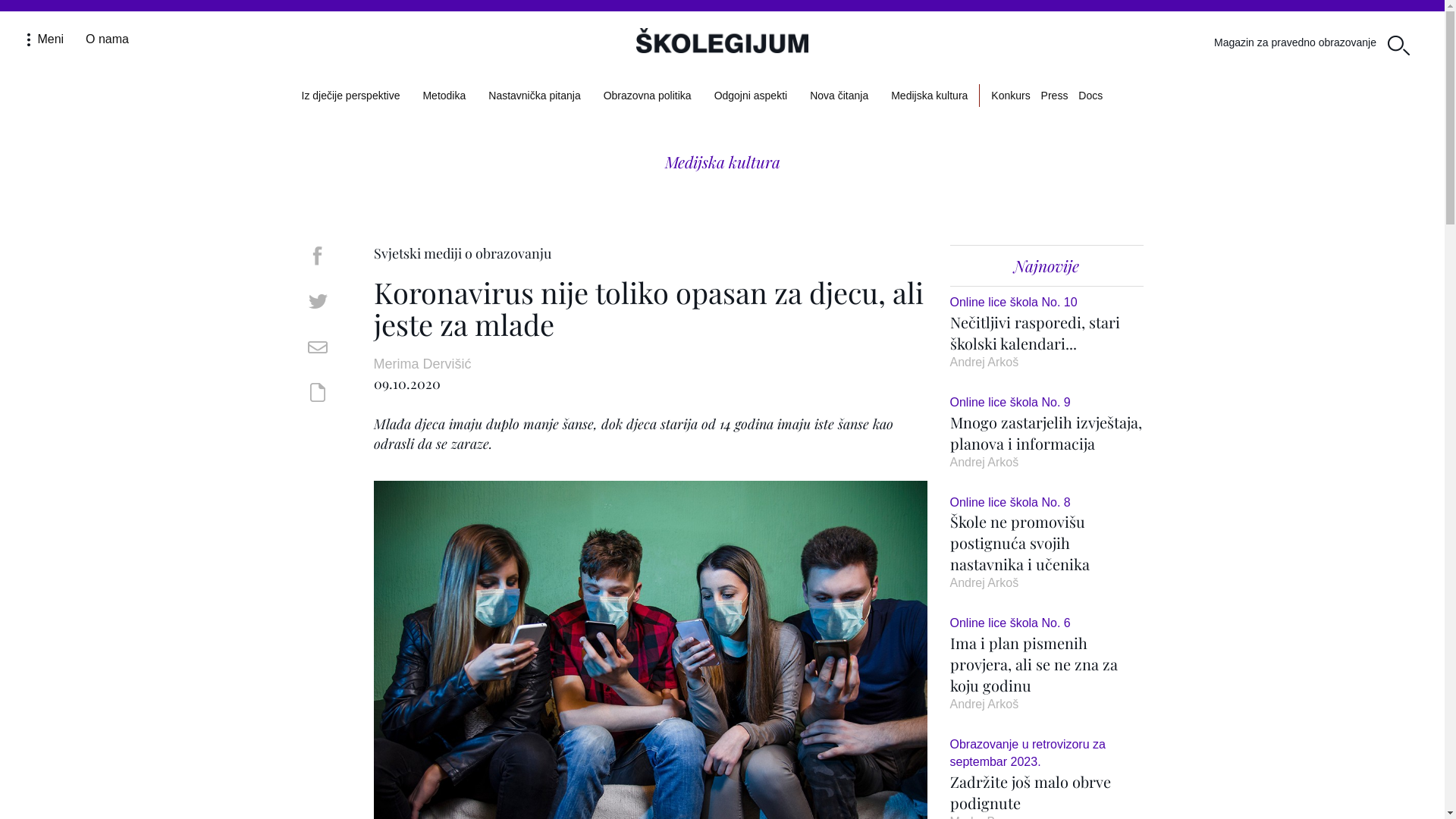  Describe the element at coordinates (1090, 96) in the screenshot. I see `'Docs'` at that location.